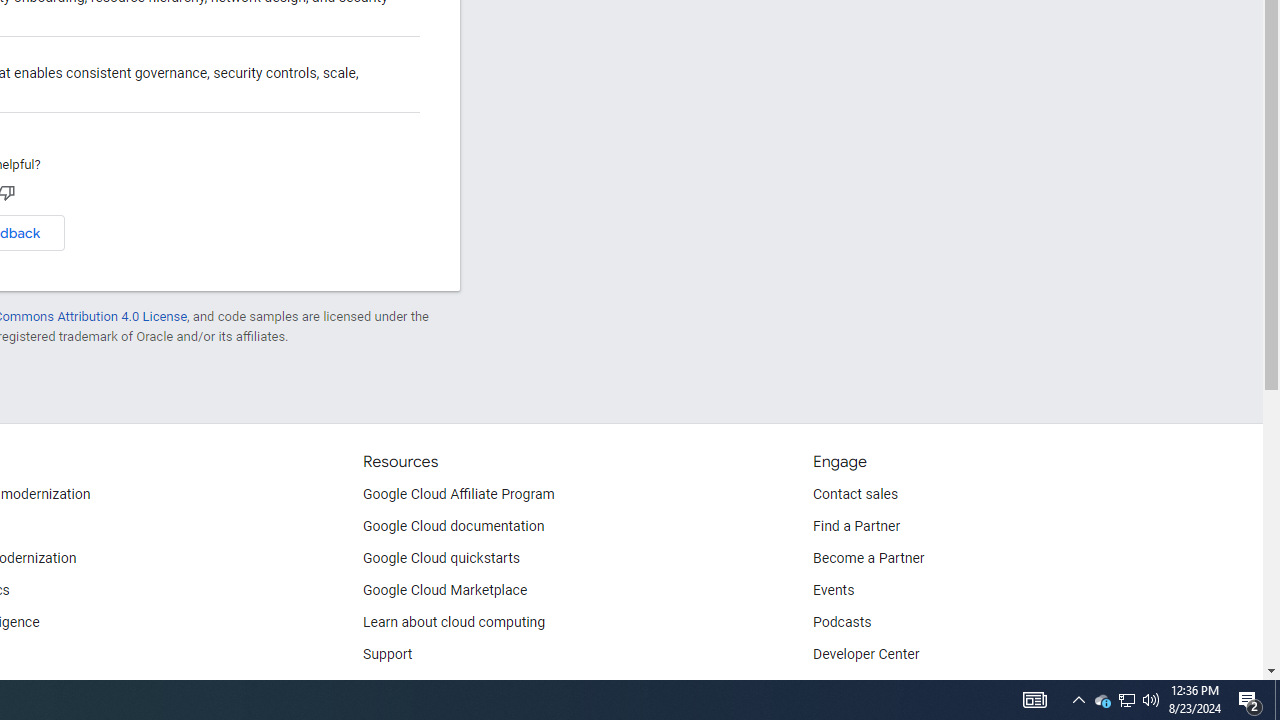  I want to click on 'Support', so click(388, 655).